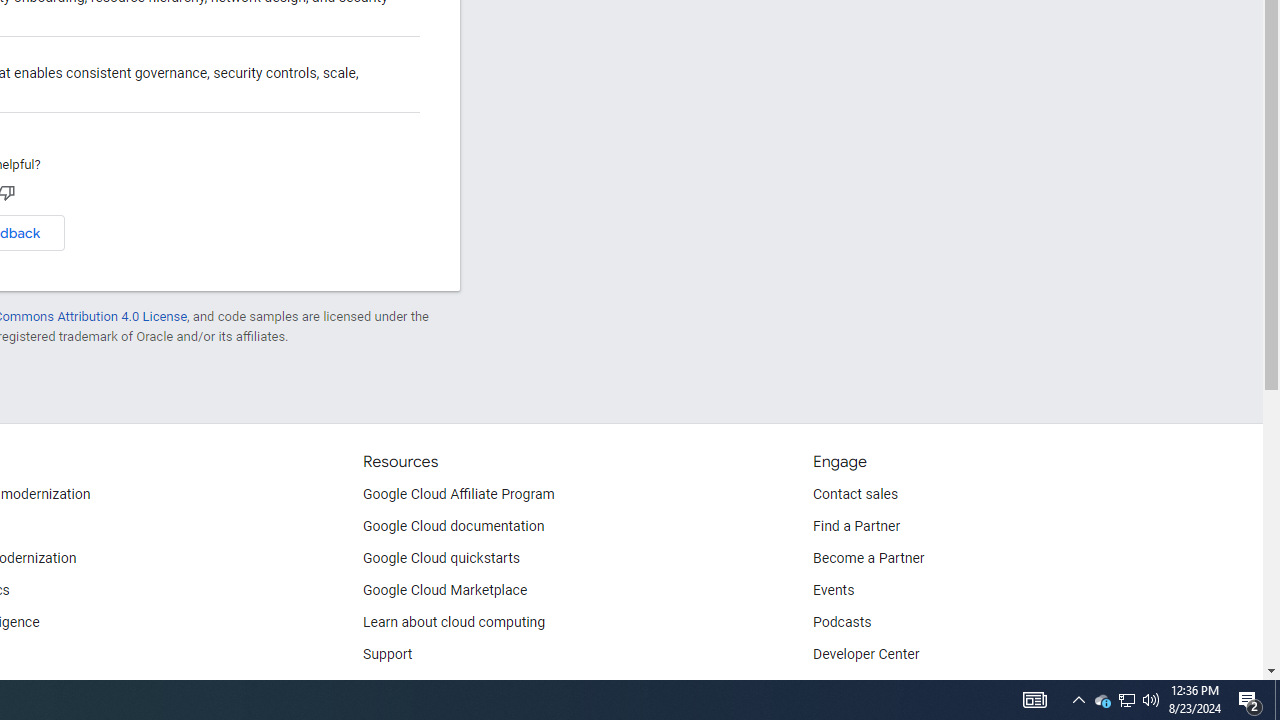  I want to click on 'Support', so click(388, 655).